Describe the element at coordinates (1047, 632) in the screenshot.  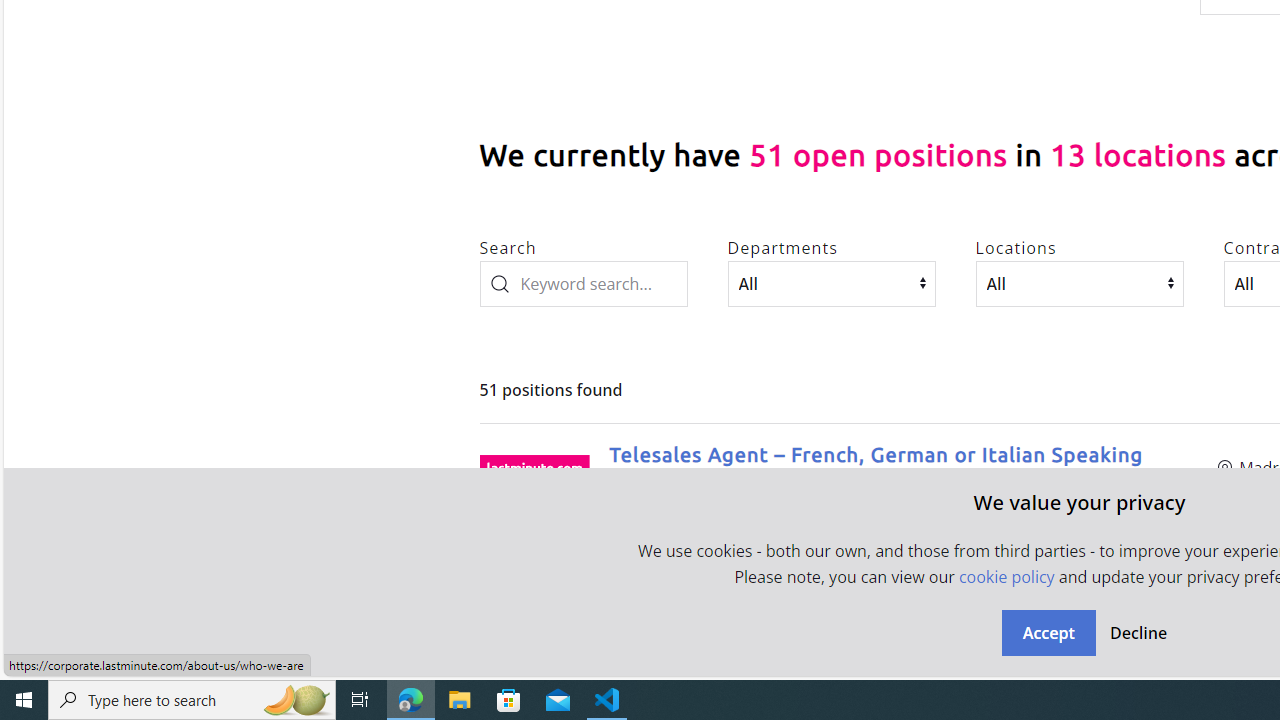
I see `'Accept'` at that location.